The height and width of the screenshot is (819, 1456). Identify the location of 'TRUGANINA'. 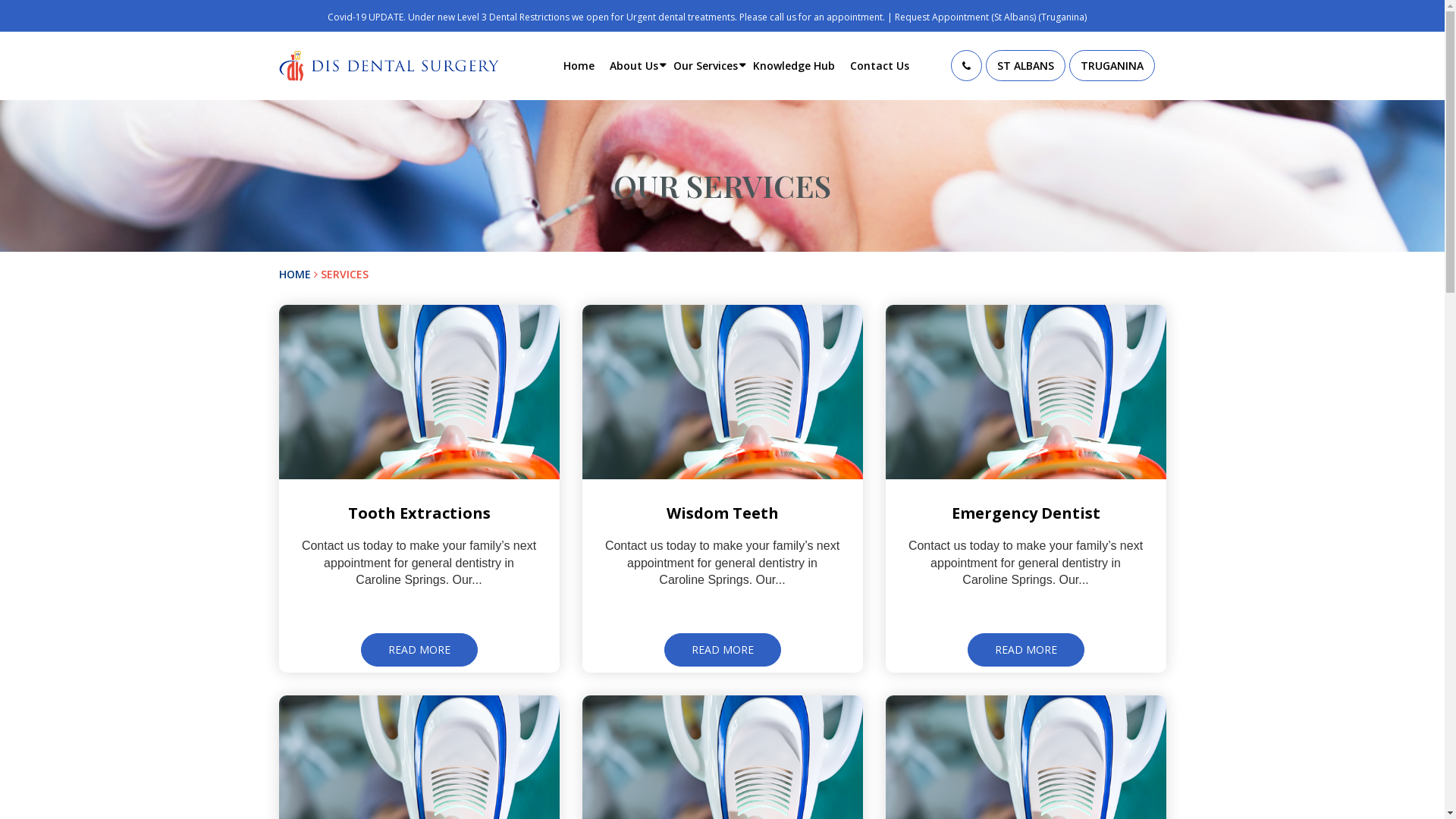
(1112, 64).